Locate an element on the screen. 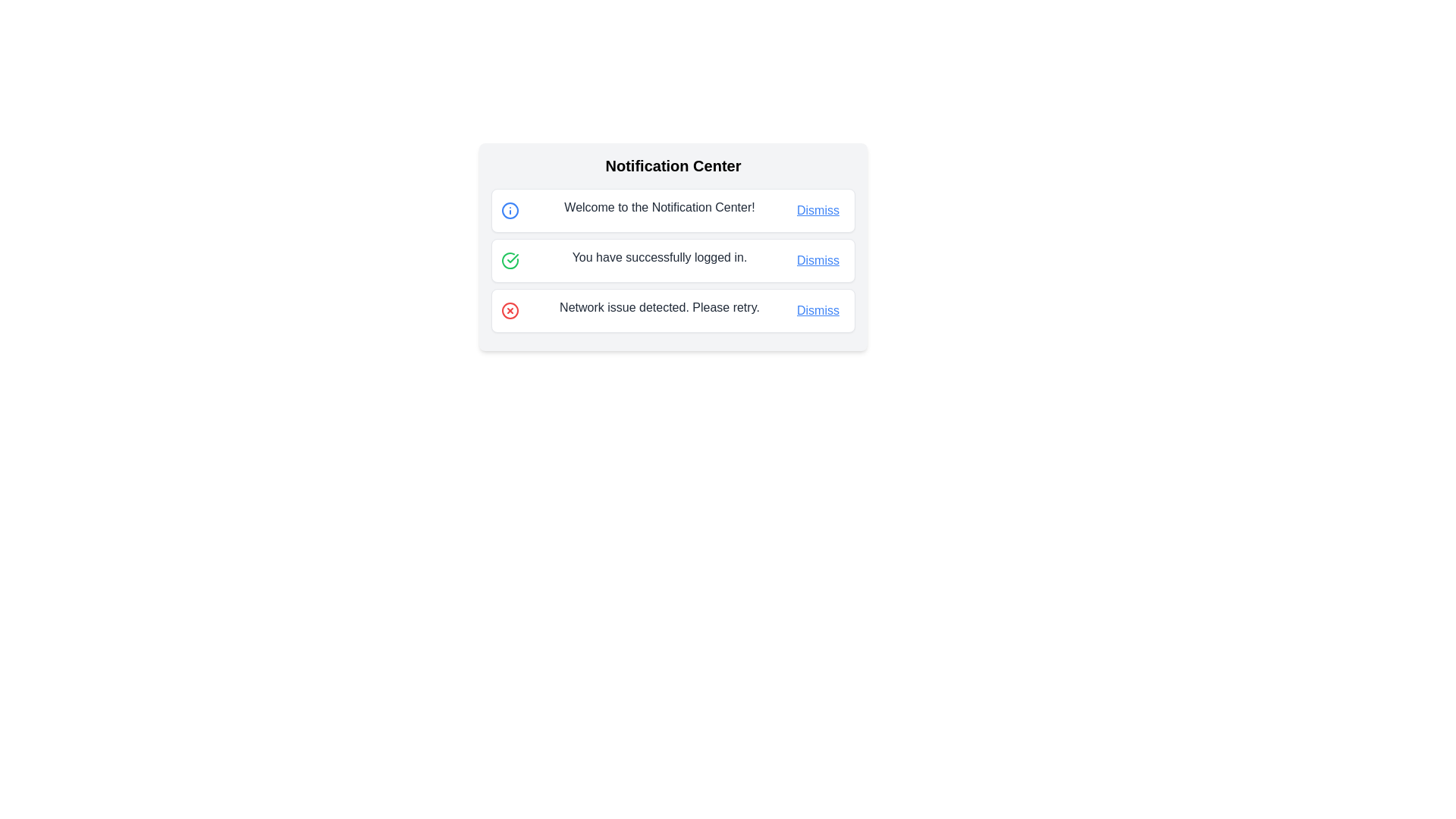 Image resolution: width=1456 pixels, height=819 pixels. the green checkmark icon that indicates successful login in the notification center, which is the second item in a vertical list of notifications is located at coordinates (510, 259).